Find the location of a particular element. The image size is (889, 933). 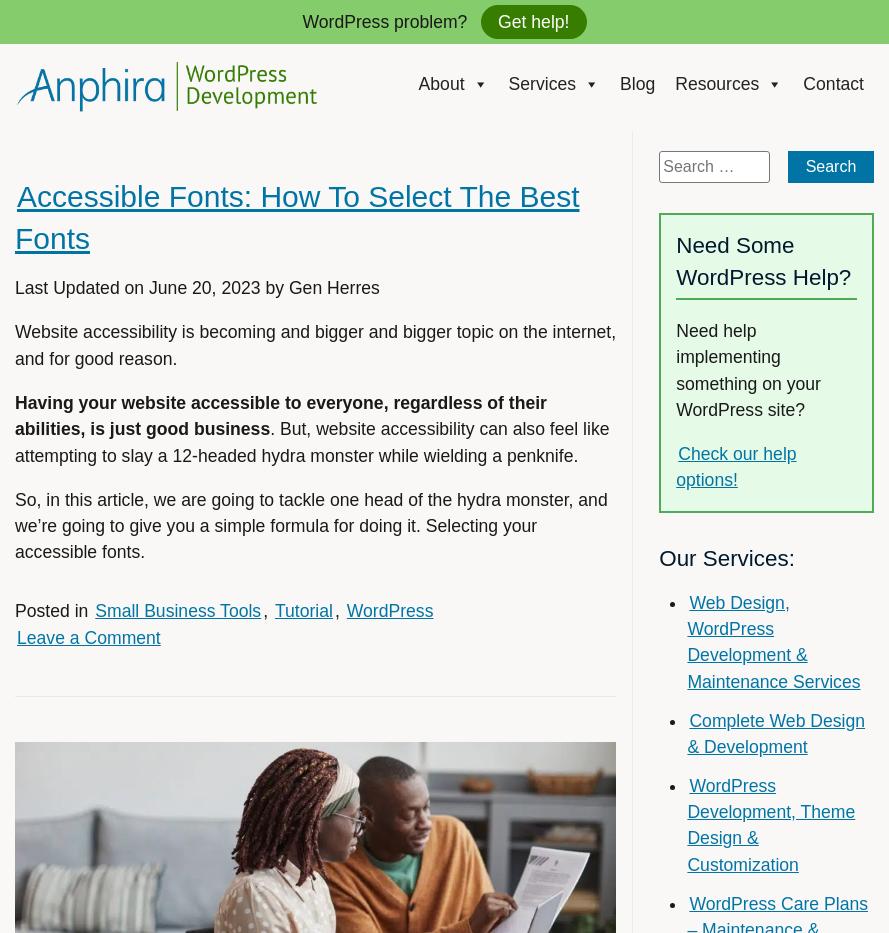

'WordPress Development, Theme Design & Customization' is located at coordinates (771, 824).